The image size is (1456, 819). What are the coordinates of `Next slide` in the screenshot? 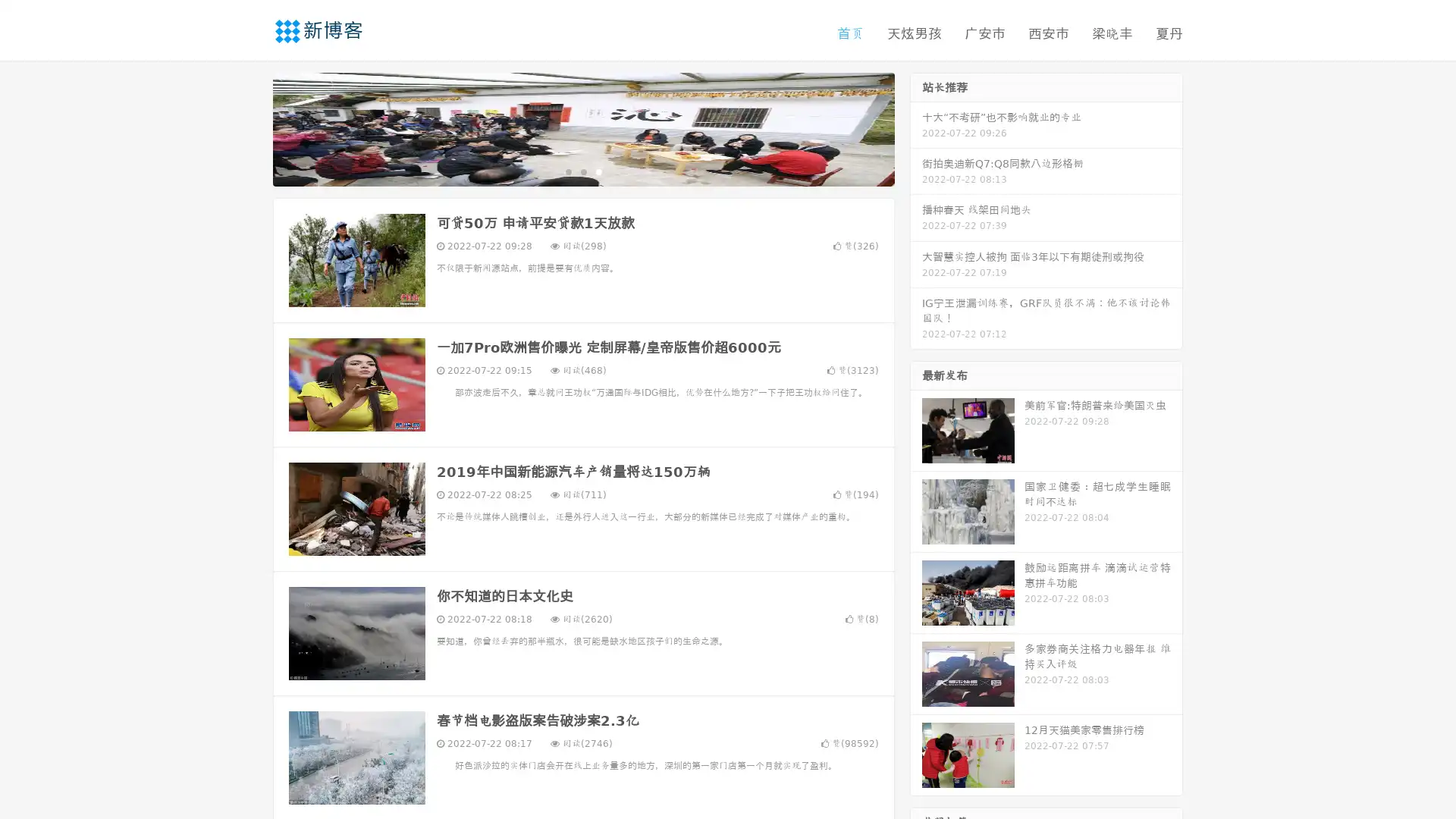 It's located at (916, 127).